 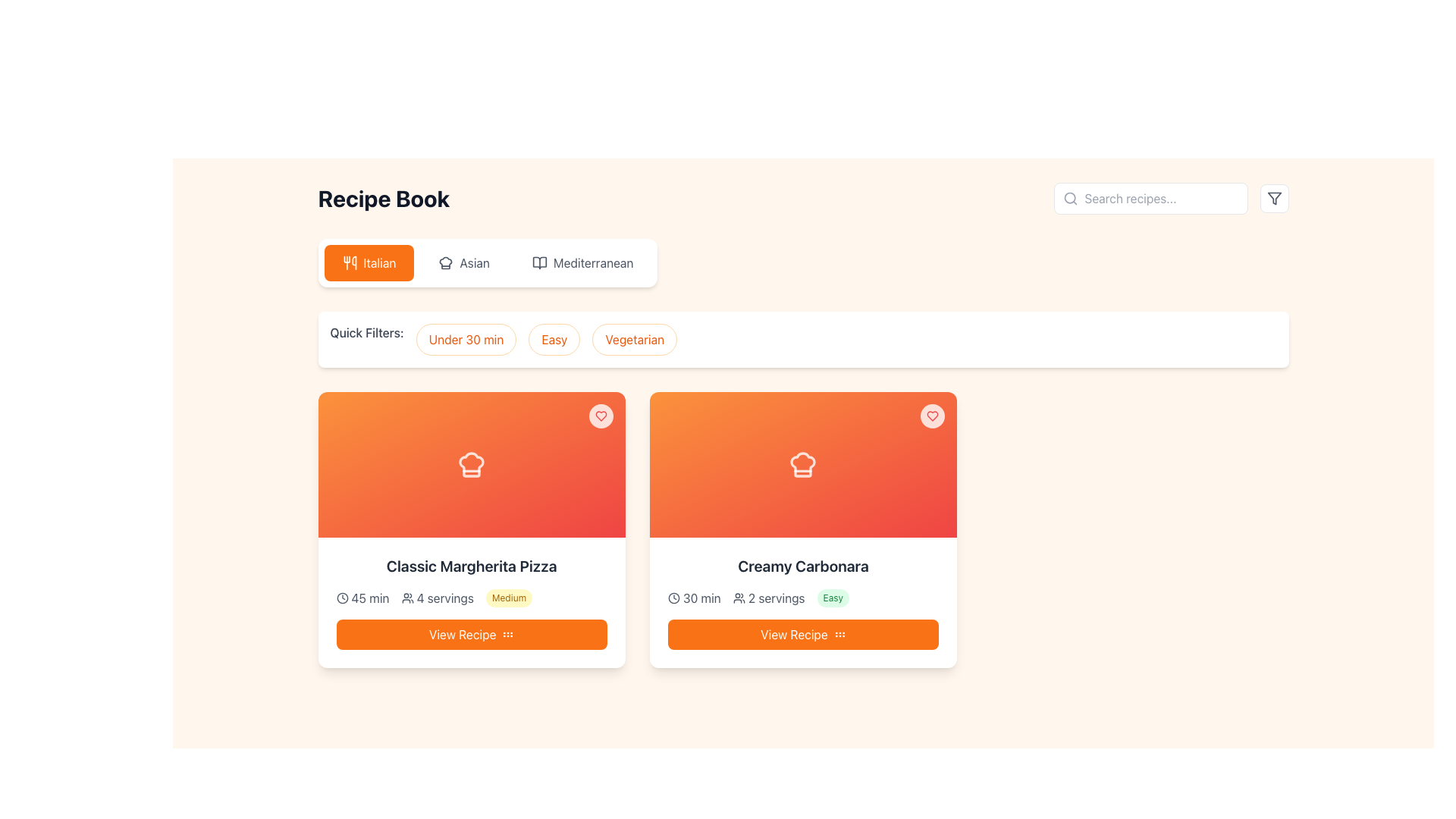 What do you see at coordinates (802, 464) in the screenshot?
I see `the decorative banner representing the 'Creamy Carbonara' card, located in the top half above the text content and centrally aligned in the column` at bounding box center [802, 464].